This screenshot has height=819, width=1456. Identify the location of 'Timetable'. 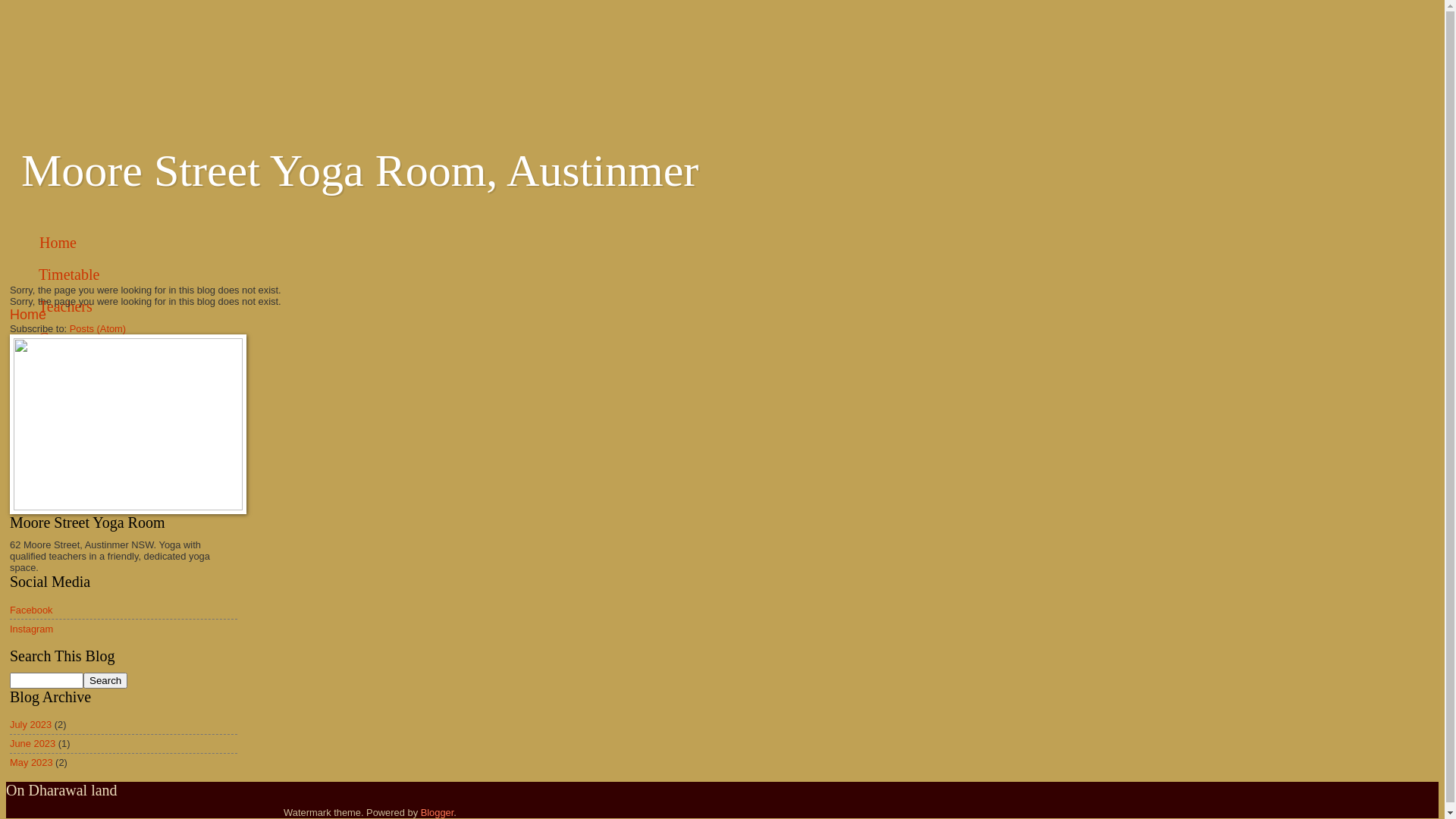
(68, 275).